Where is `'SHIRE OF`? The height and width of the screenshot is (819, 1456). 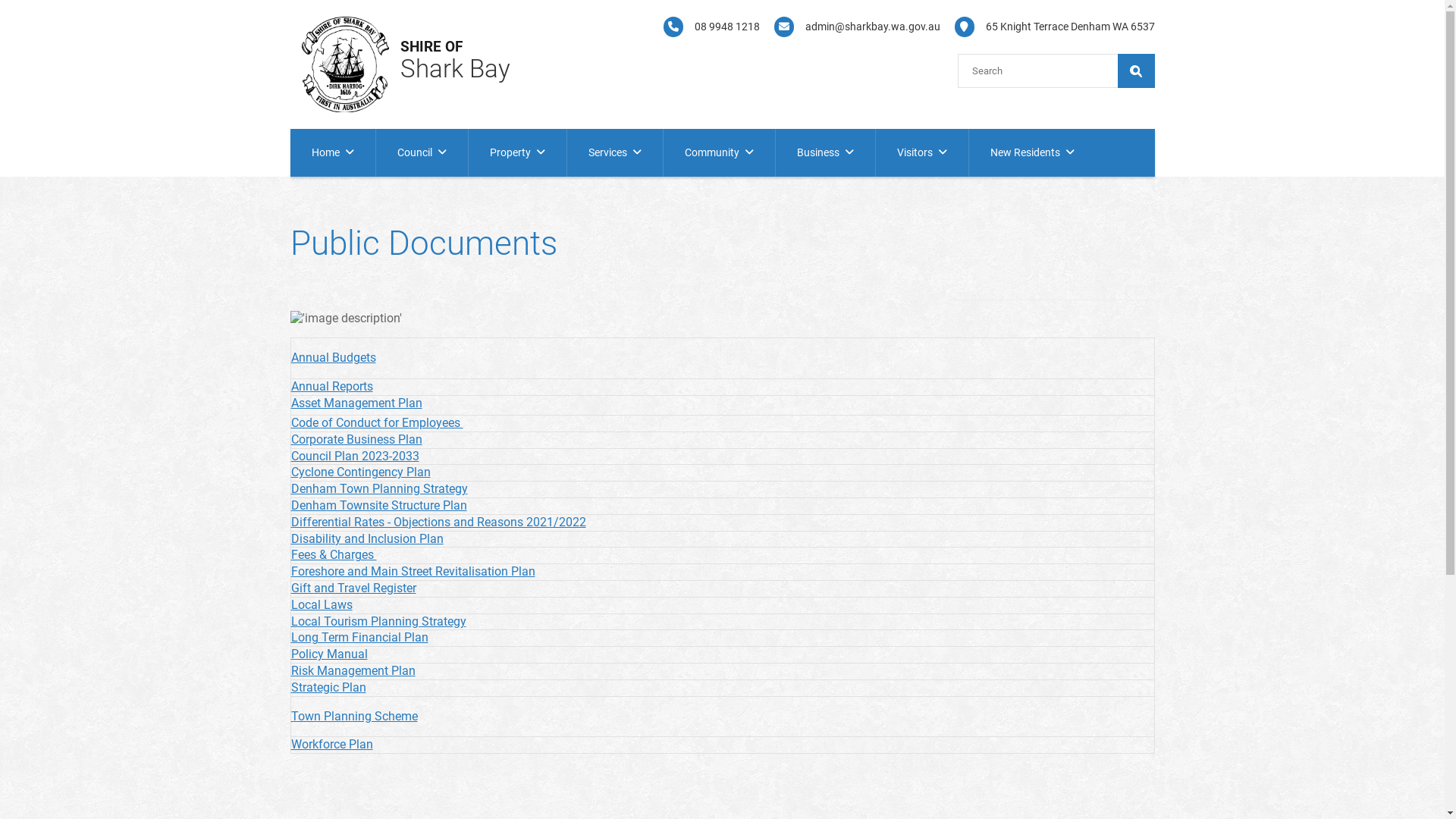
'SHIRE OF is located at coordinates (431, 49).